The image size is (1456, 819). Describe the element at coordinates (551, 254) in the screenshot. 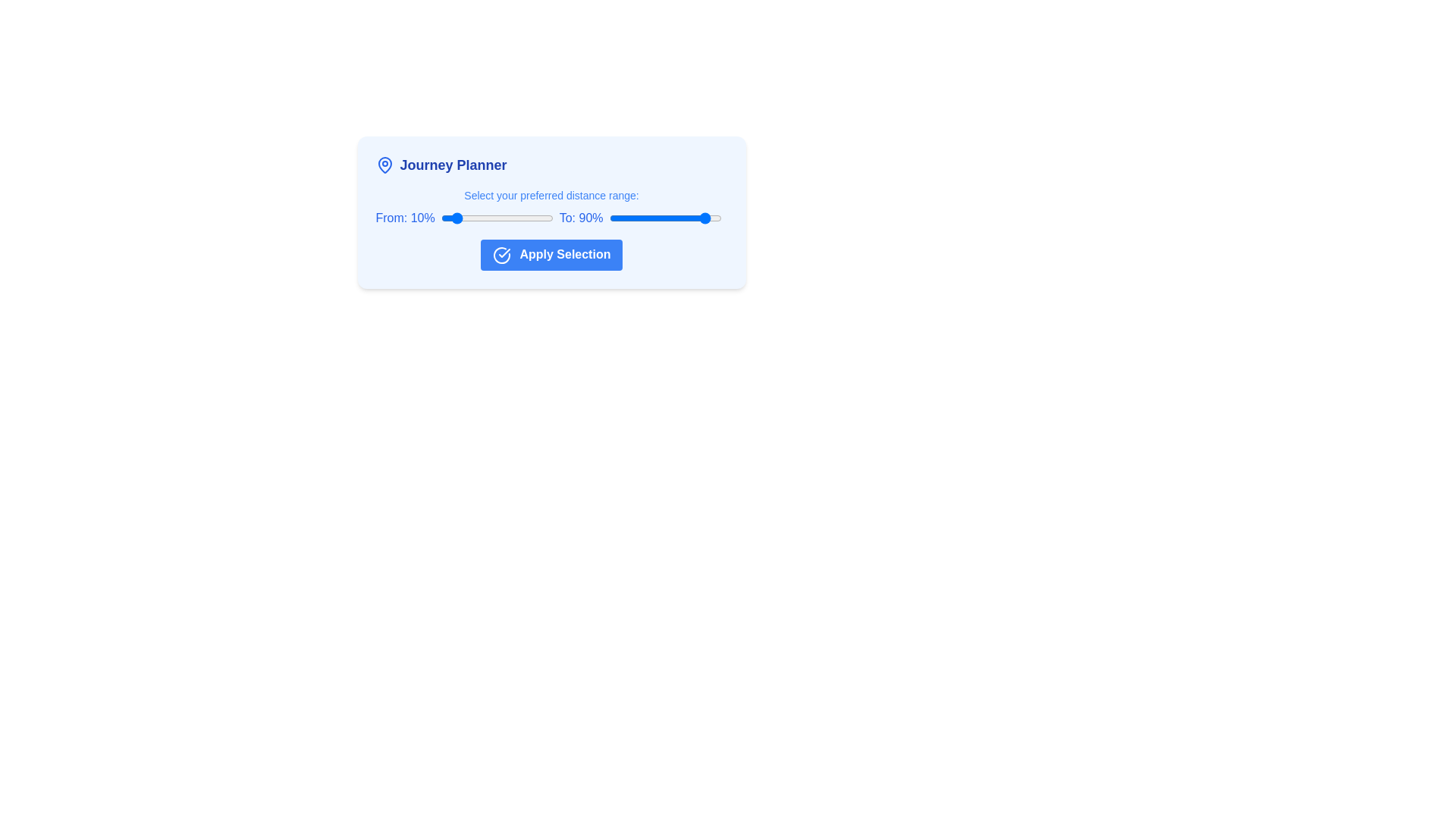

I see `the rectangular button with a blue background and the white text 'Apply Selection' located at the bottom of the 'Journey Planner' card to confirm the selection` at that location.